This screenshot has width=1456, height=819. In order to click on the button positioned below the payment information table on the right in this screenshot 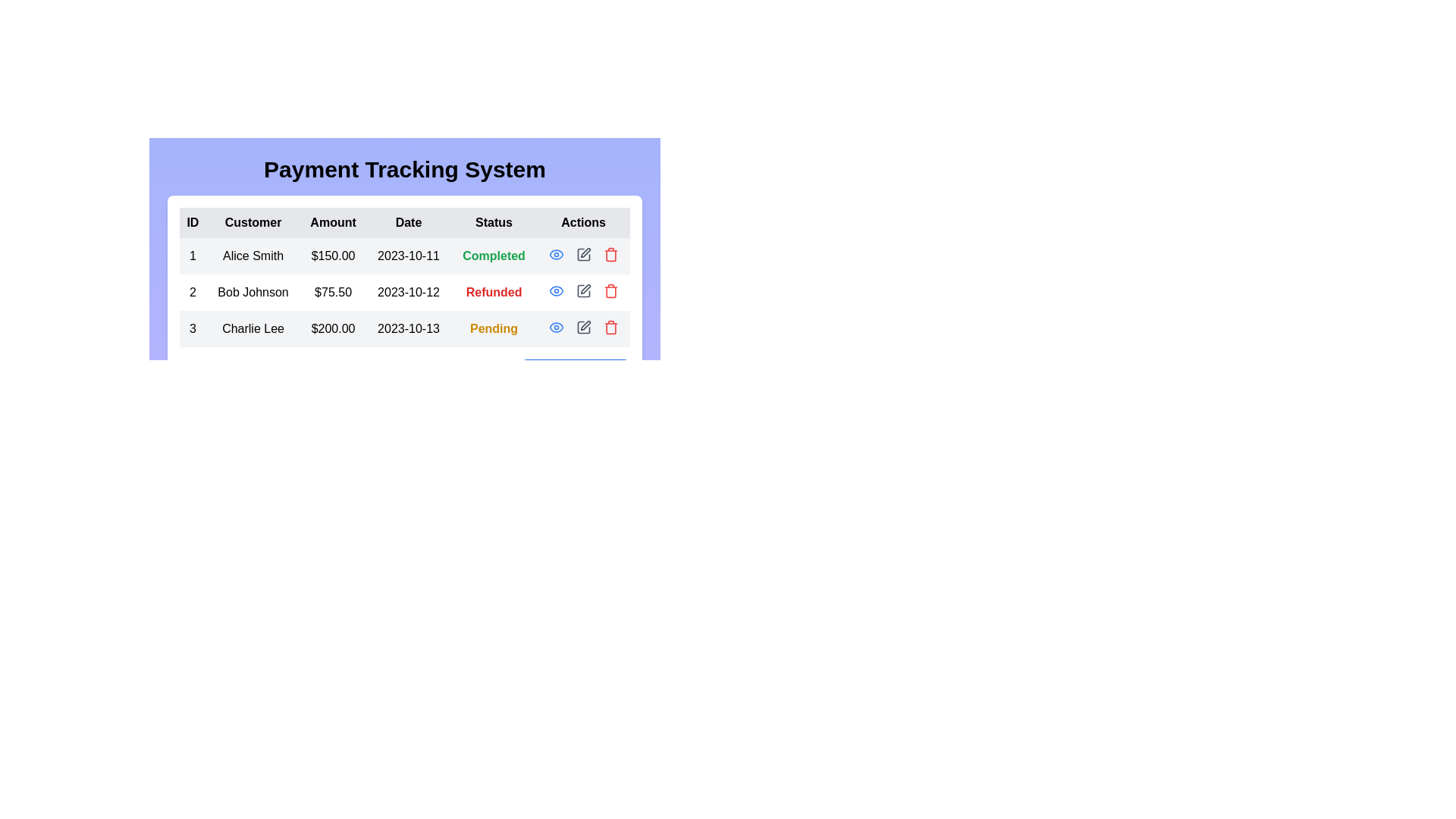, I will do `click(404, 374)`.